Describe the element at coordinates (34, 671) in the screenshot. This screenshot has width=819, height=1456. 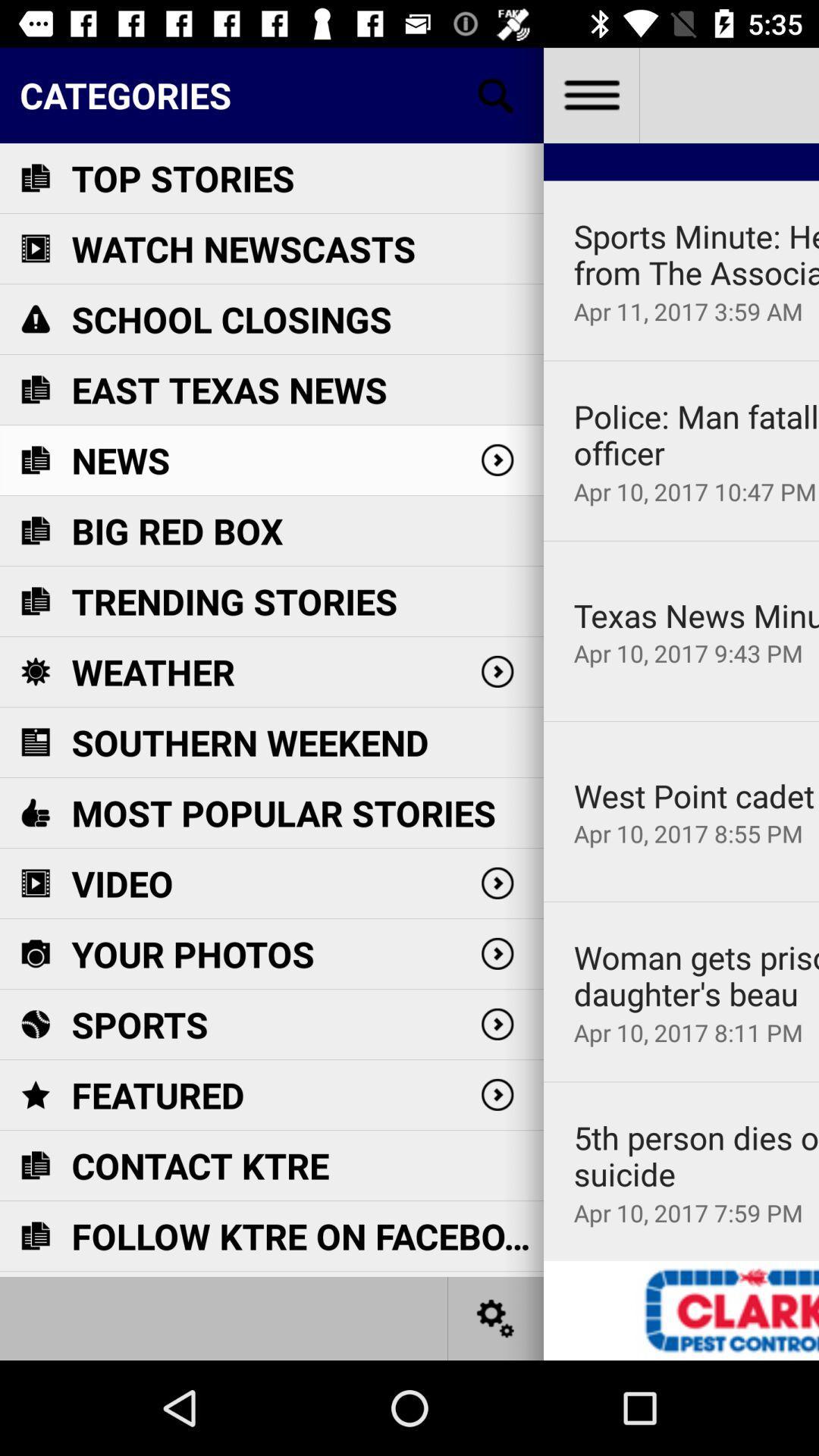
I see `the sun symbol which is to the left of weather` at that location.